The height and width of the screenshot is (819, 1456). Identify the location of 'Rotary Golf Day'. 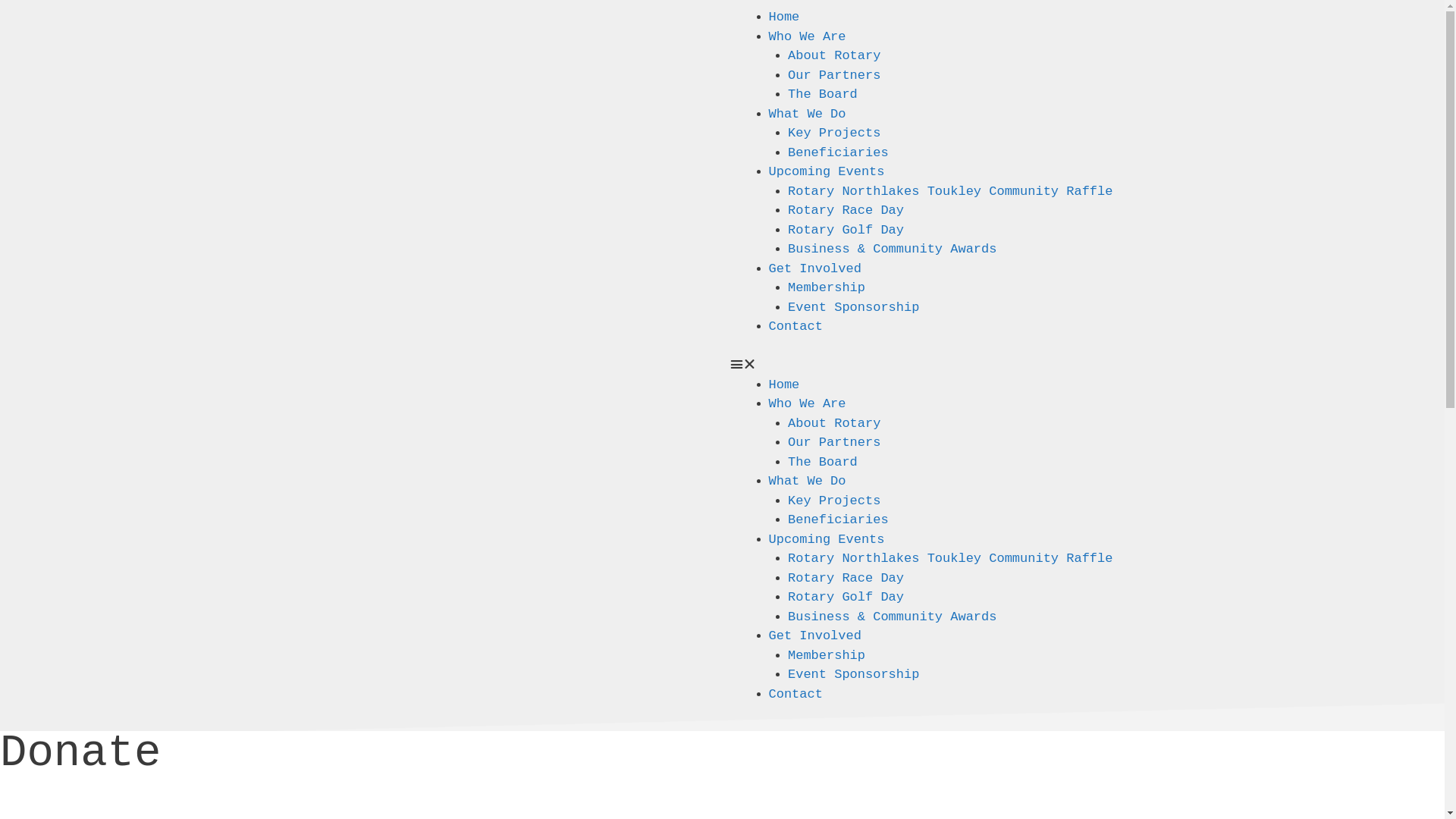
(845, 596).